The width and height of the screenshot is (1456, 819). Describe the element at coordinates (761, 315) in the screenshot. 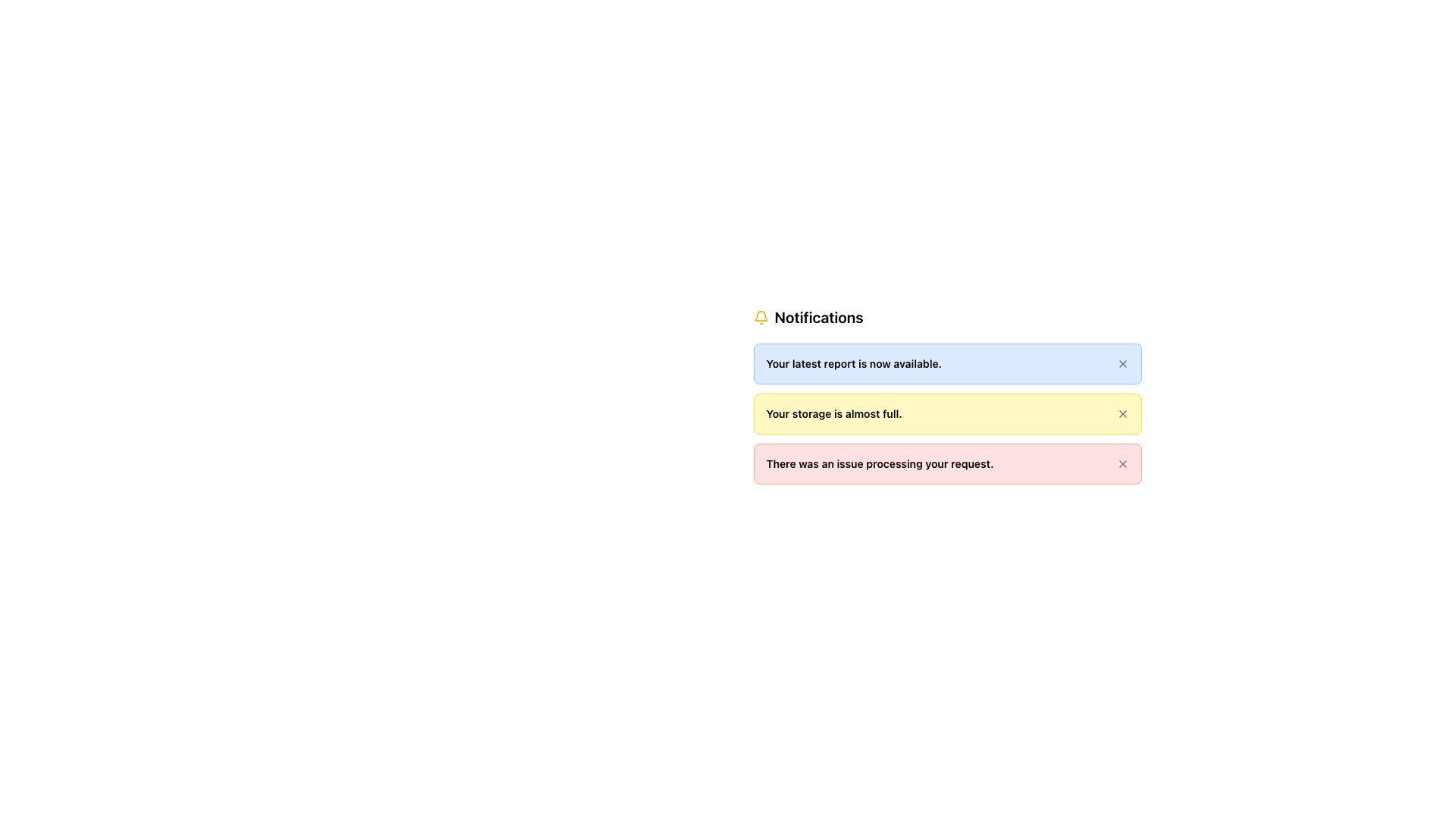

I see `the curved line styled as the bottom part of the bell icon` at that location.